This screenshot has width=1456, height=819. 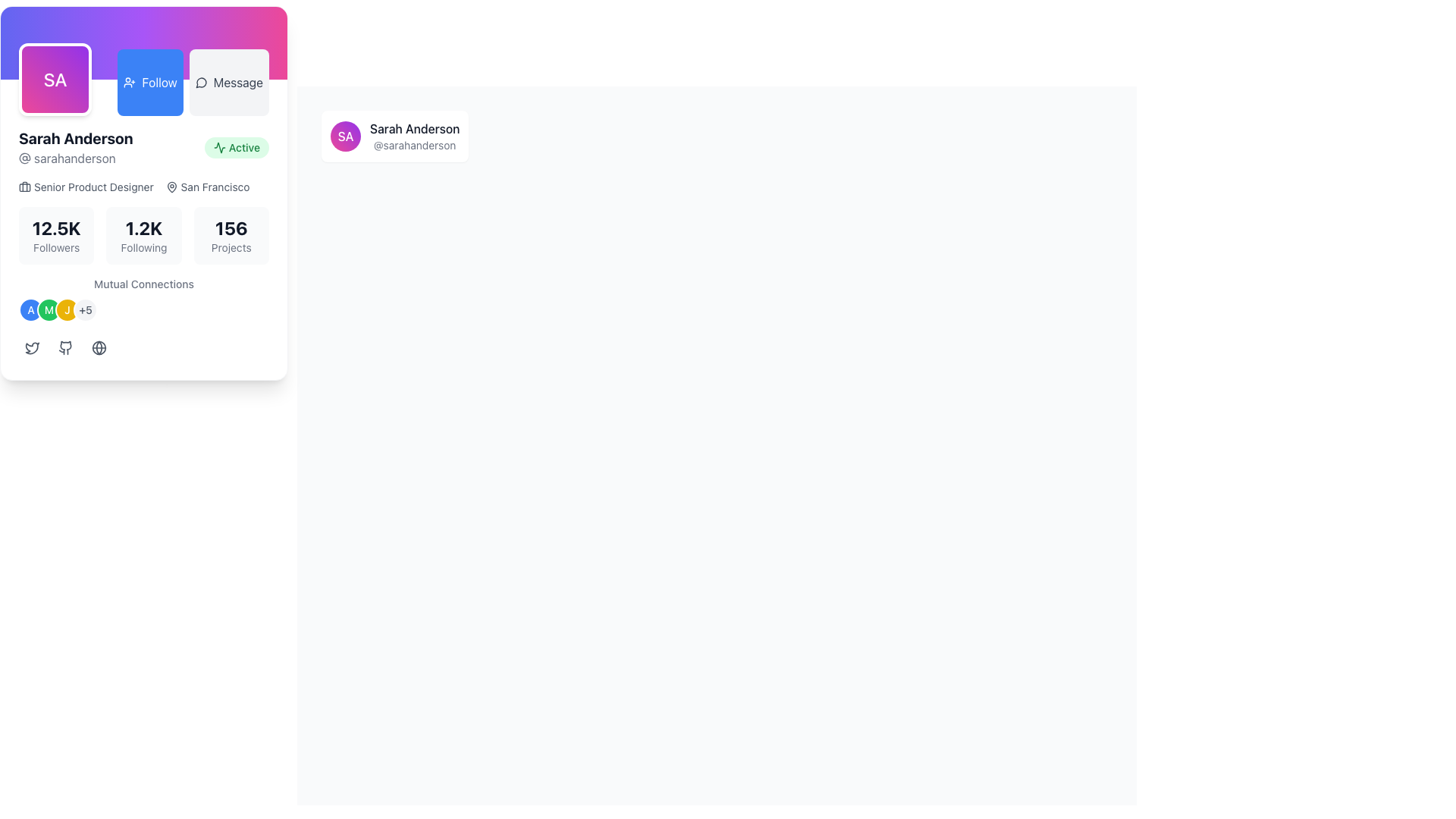 I want to click on the first button with a bird icon, which is gray and changes background on hover, located below the user's profile information, so click(x=33, y=348).